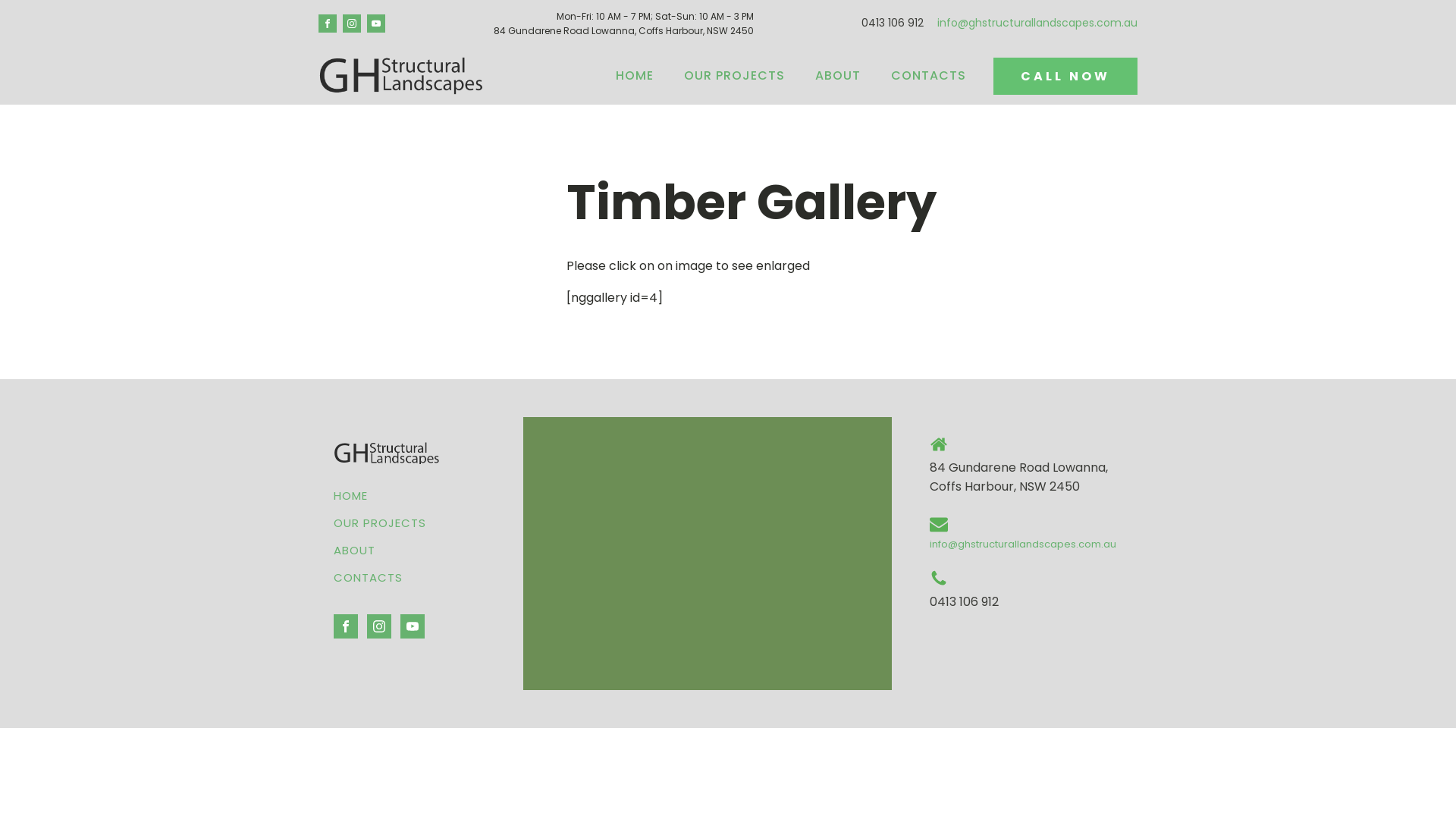 This screenshot has width=1456, height=819. Describe the element at coordinates (634, 76) in the screenshot. I see `'HOME'` at that location.